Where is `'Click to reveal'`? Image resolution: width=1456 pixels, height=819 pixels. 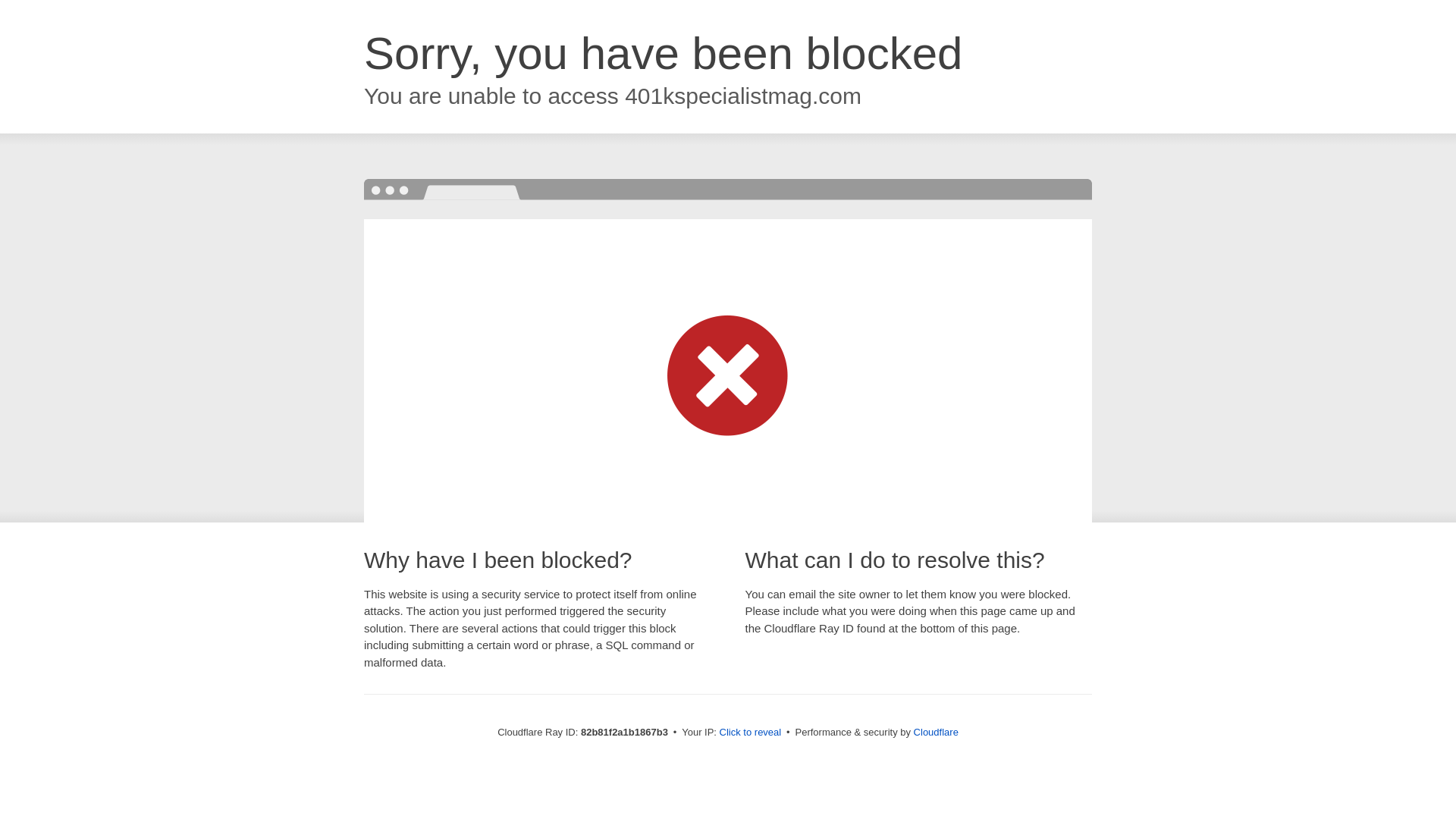 'Click to reveal' is located at coordinates (750, 731).